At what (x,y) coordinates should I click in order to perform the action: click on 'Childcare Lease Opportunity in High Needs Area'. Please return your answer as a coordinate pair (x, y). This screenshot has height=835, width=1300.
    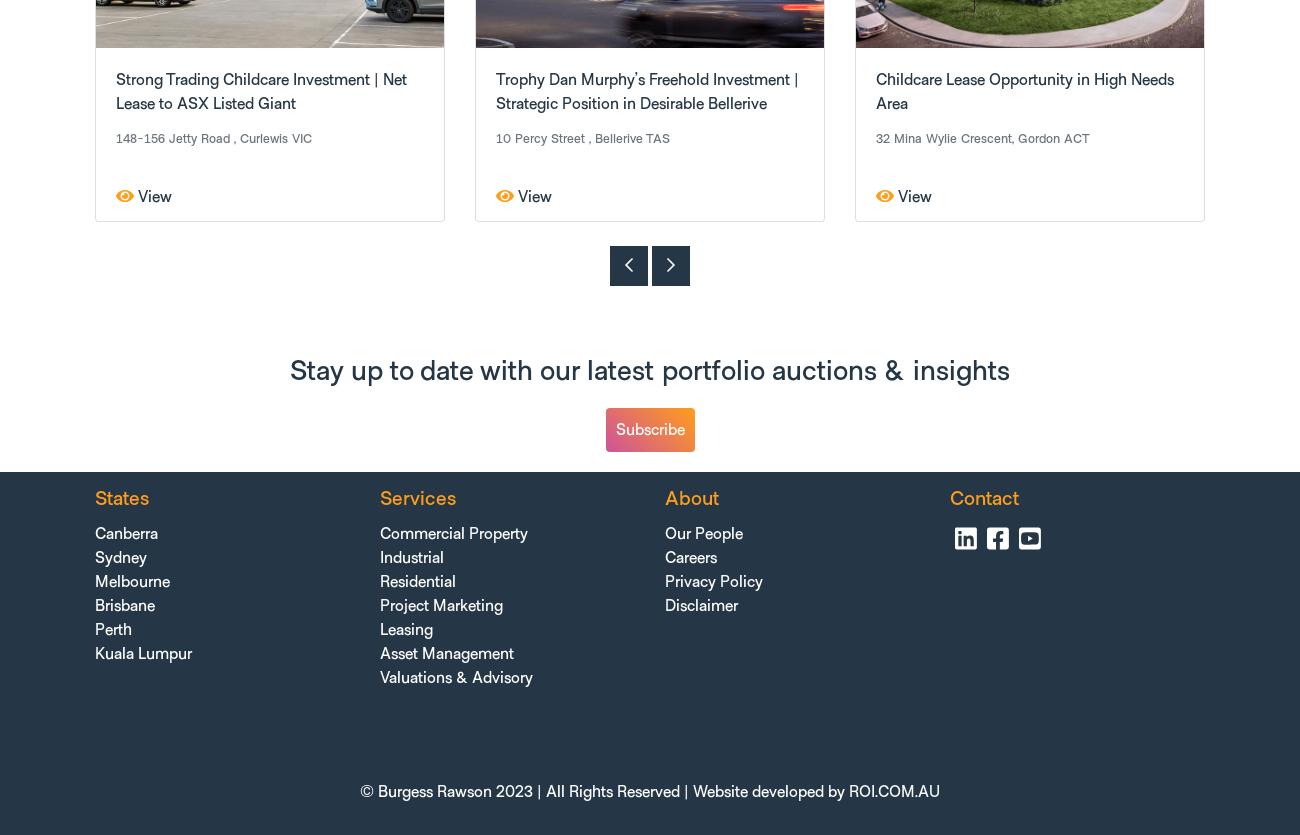
    Looking at the image, I should click on (874, 91).